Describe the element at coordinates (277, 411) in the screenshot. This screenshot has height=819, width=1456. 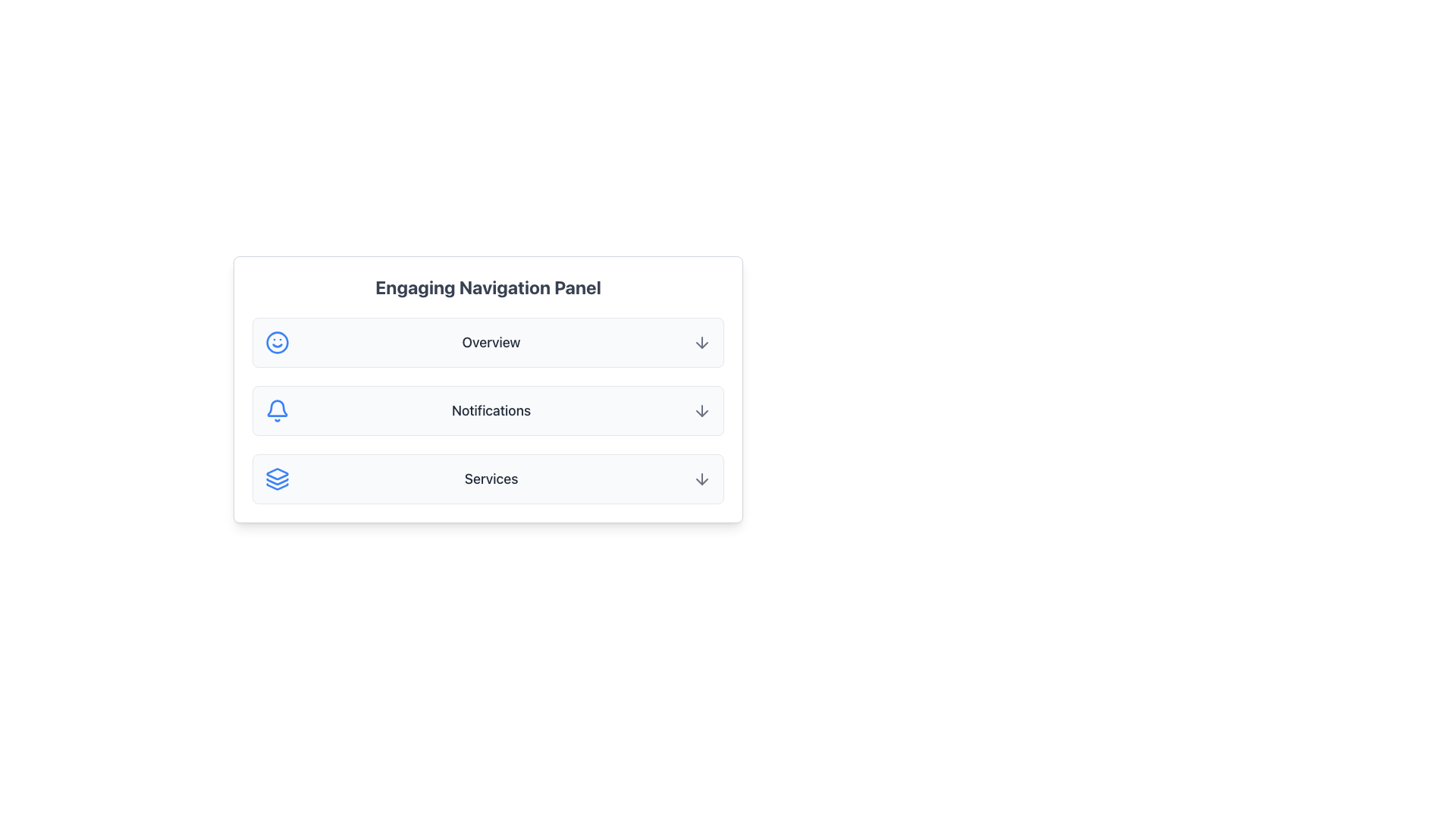
I see `the bell icon in the Notifications section, which is located to the left of the 'Notifications' label and above the downward-pointing arrow icon` at that location.